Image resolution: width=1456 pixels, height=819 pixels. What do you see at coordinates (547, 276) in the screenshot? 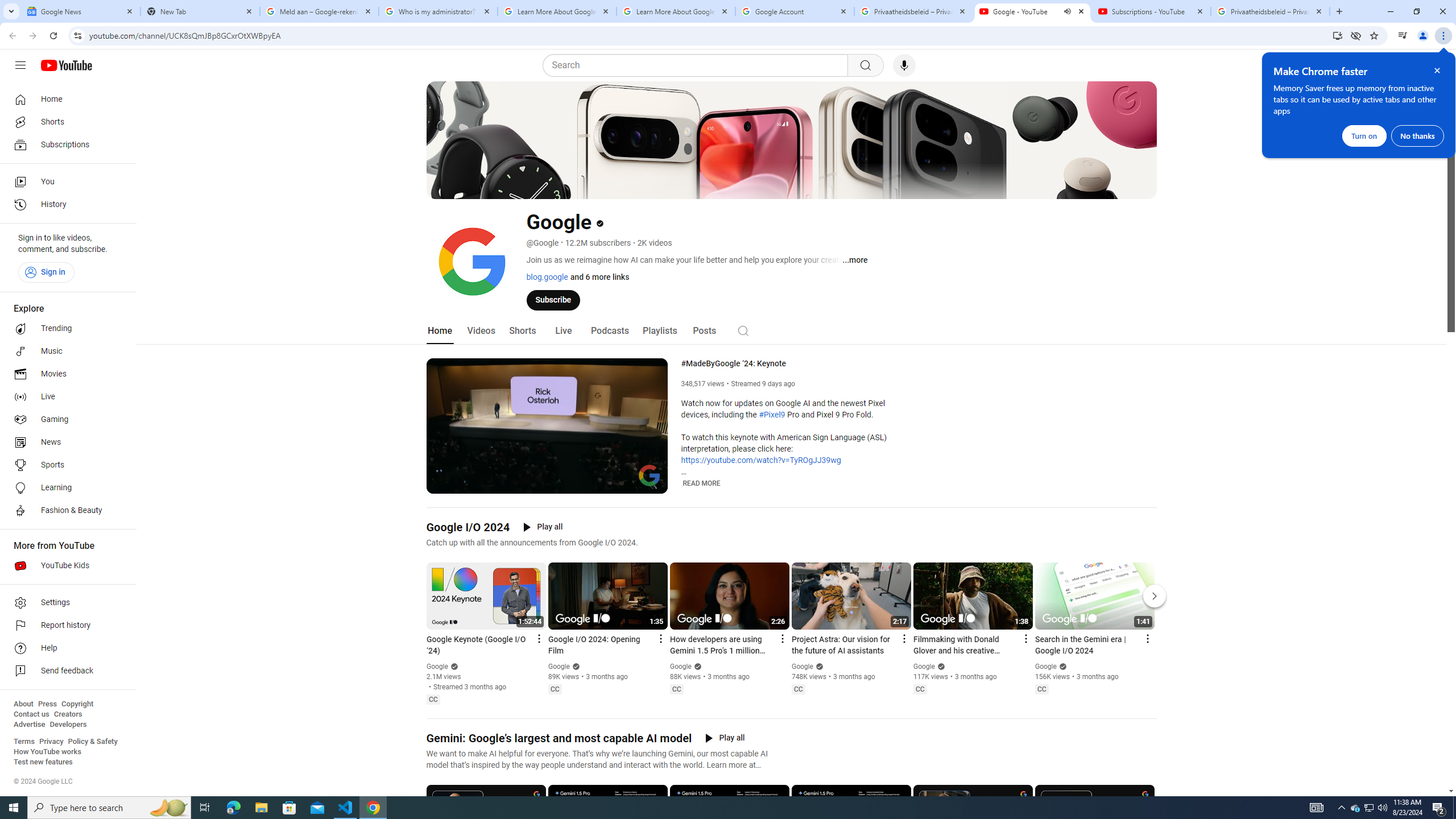
I see `'blog.google'` at bounding box center [547, 276].